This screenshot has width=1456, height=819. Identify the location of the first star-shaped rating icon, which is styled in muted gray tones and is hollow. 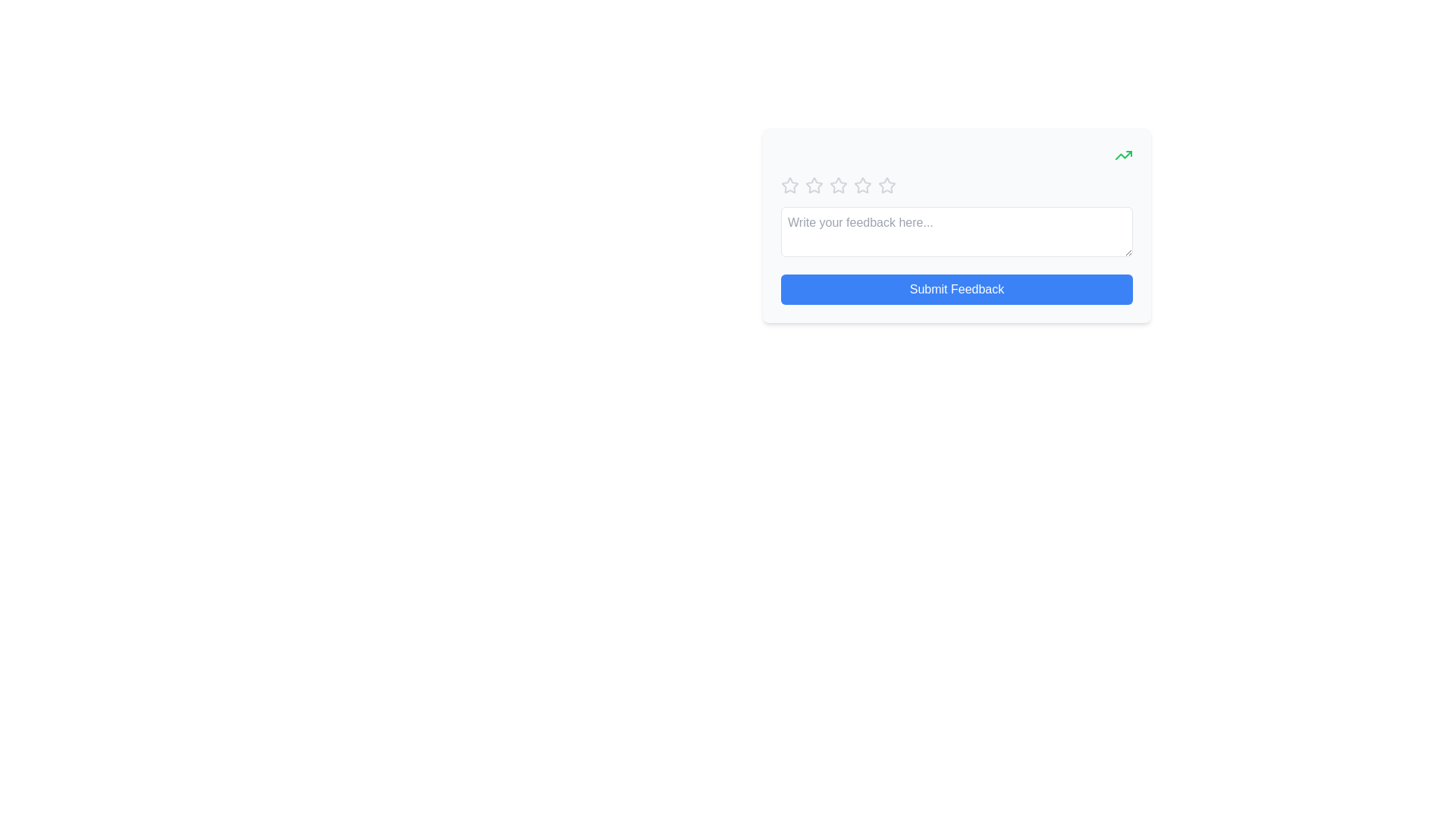
(789, 185).